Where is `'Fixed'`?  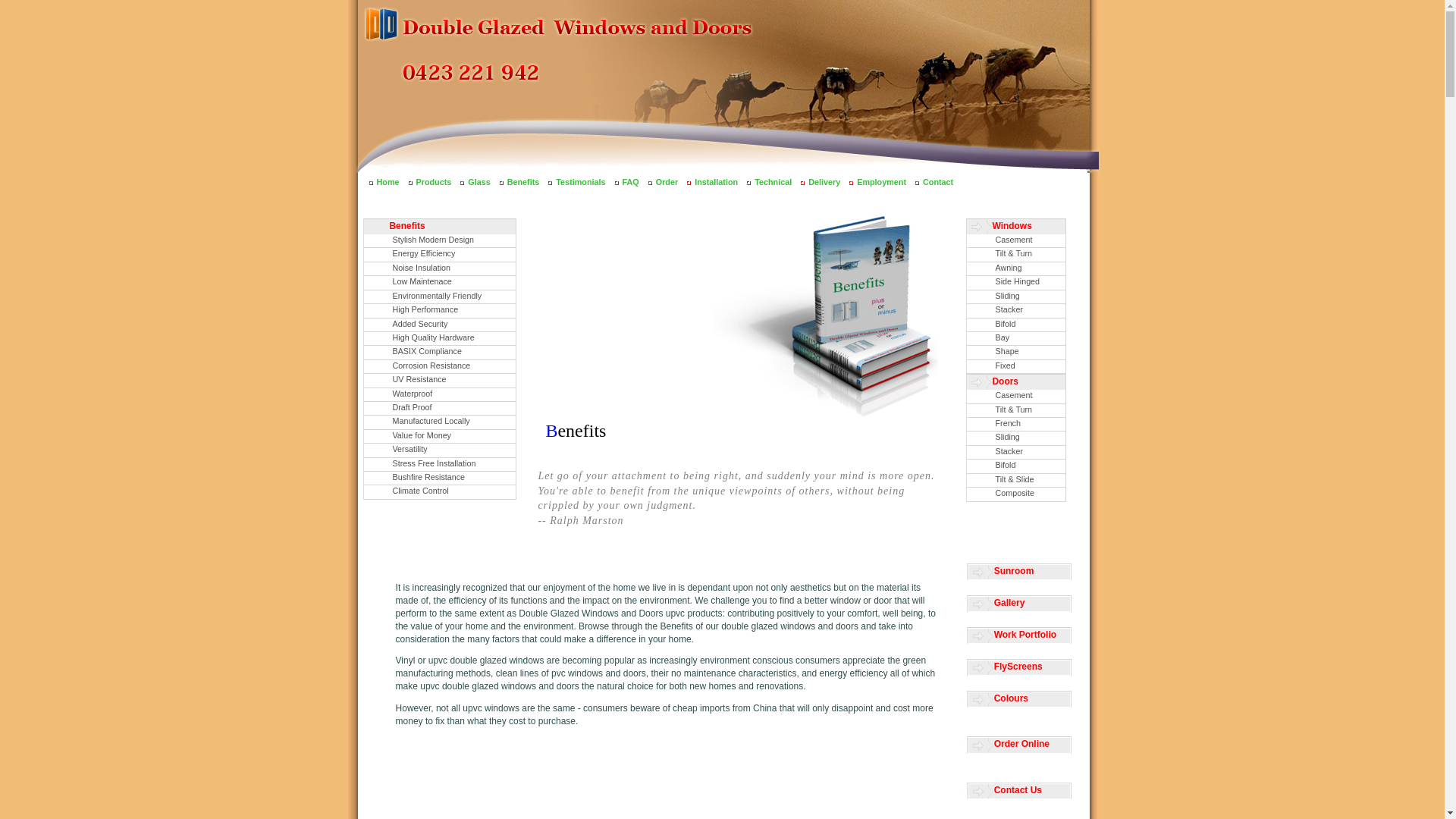
'Fixed' is located at coordinates (1015, 366).